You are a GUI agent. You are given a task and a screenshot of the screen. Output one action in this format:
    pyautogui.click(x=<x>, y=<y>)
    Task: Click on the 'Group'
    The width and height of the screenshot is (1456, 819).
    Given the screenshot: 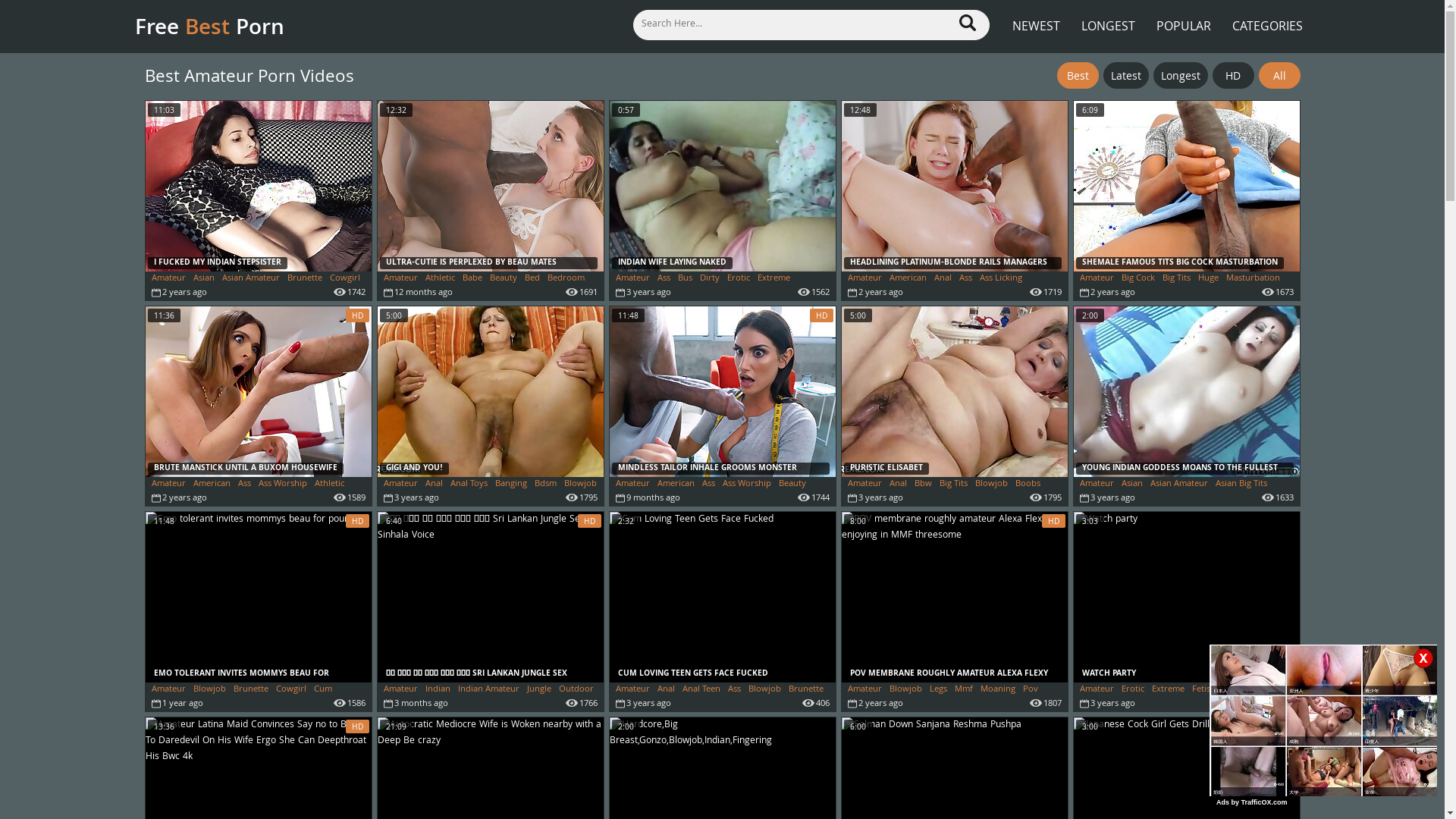 What is the action you would take?
    pyautogui.click(x=1273, y=689)
    